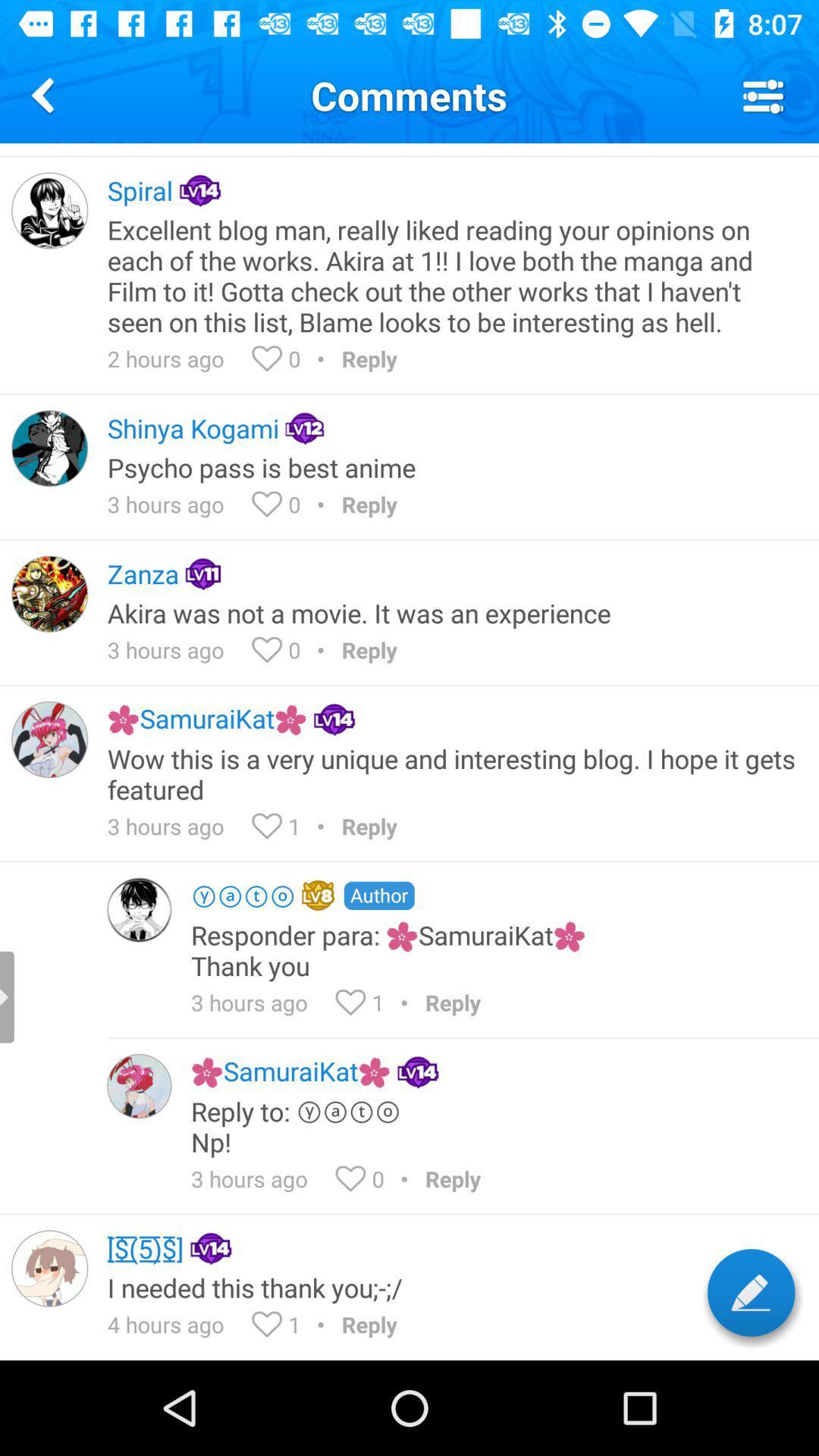 The width and height of the screenshot is (819, 1456). Describe the element at coordinates (452, 773) in the screenshot. I see `icon above 3 hours ago` at that location.